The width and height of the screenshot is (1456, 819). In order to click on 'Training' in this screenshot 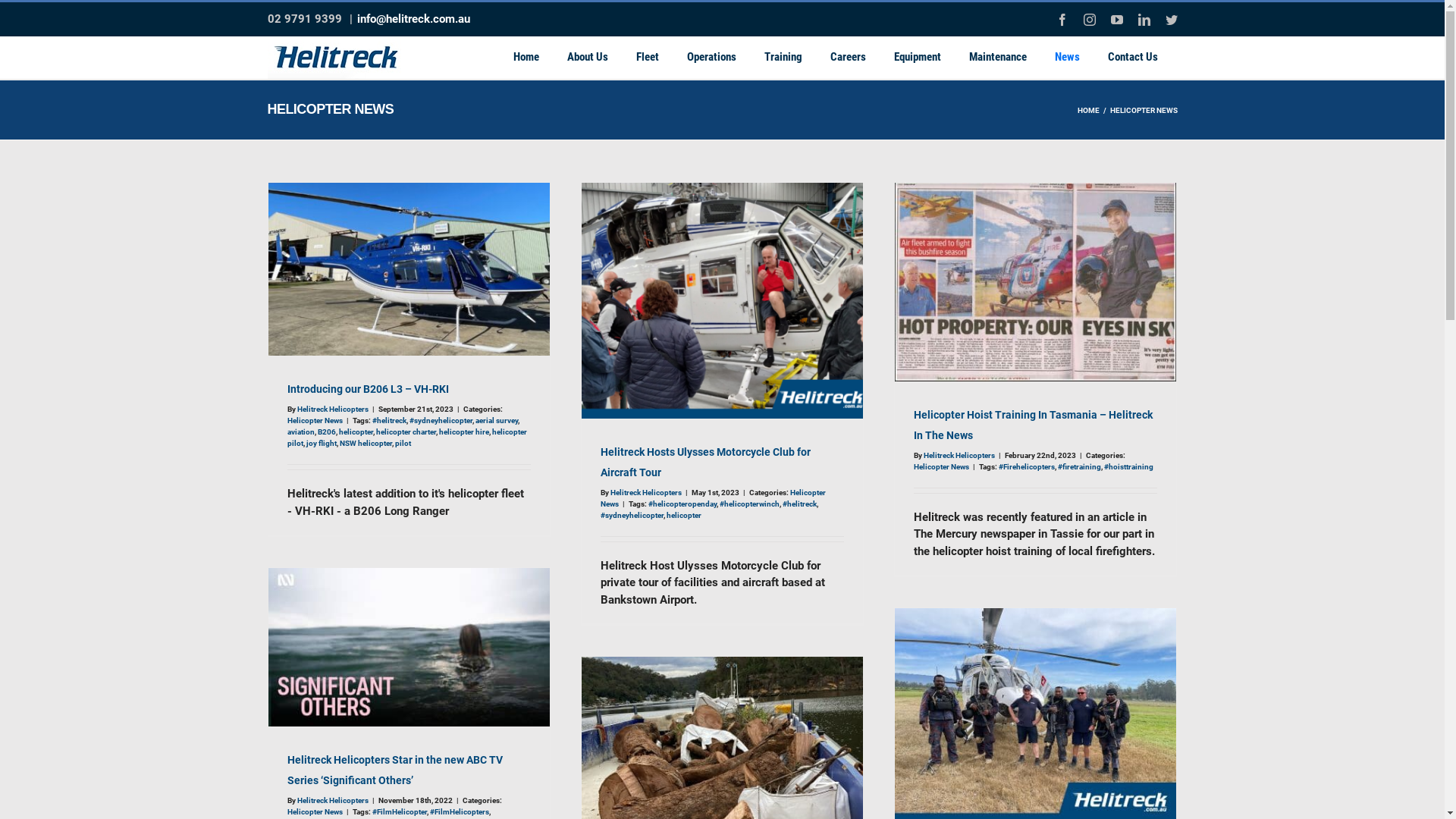, I will do `click(783, 56)`.